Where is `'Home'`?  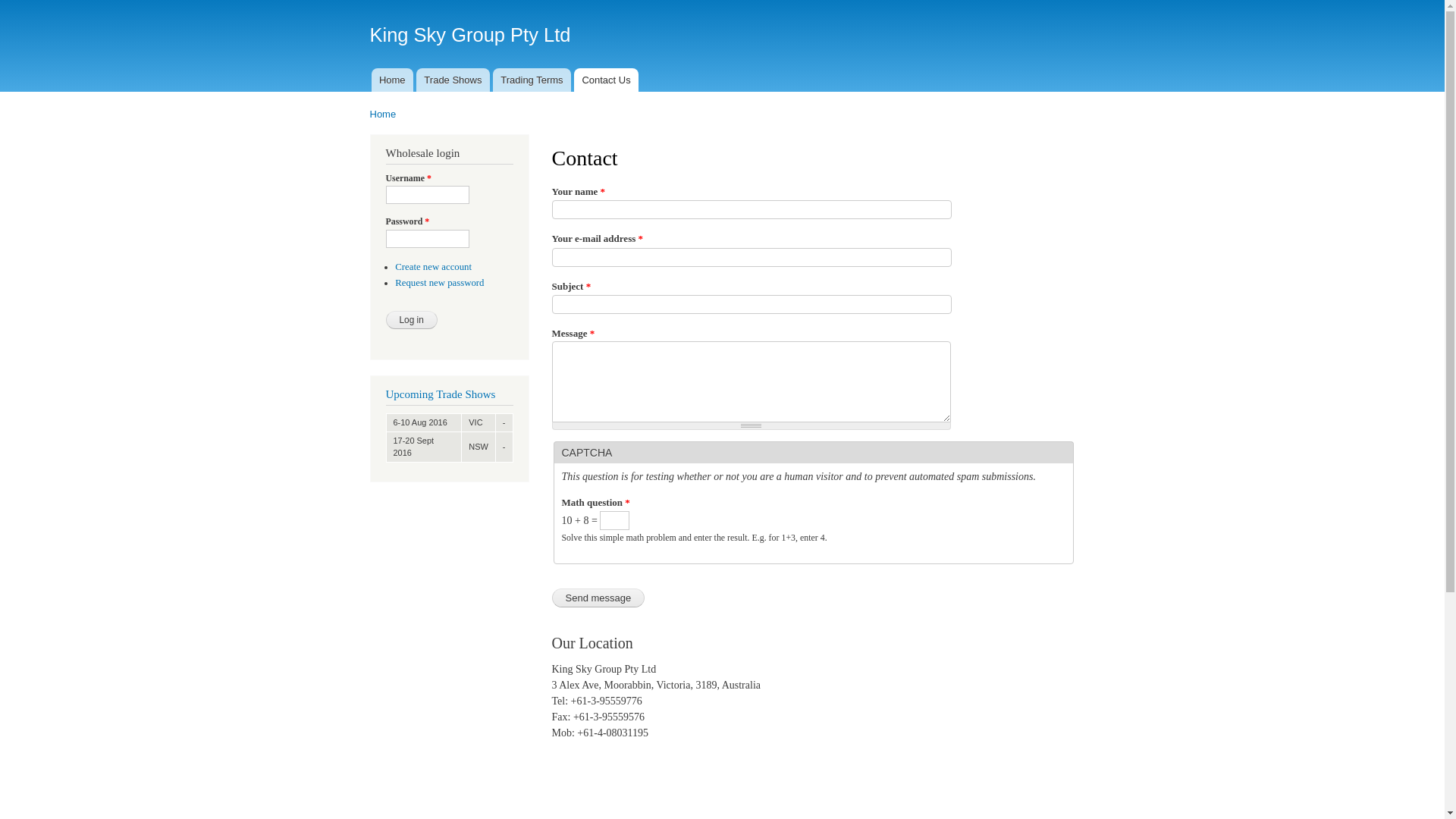
'Home' is located at coordinates (392, 80).